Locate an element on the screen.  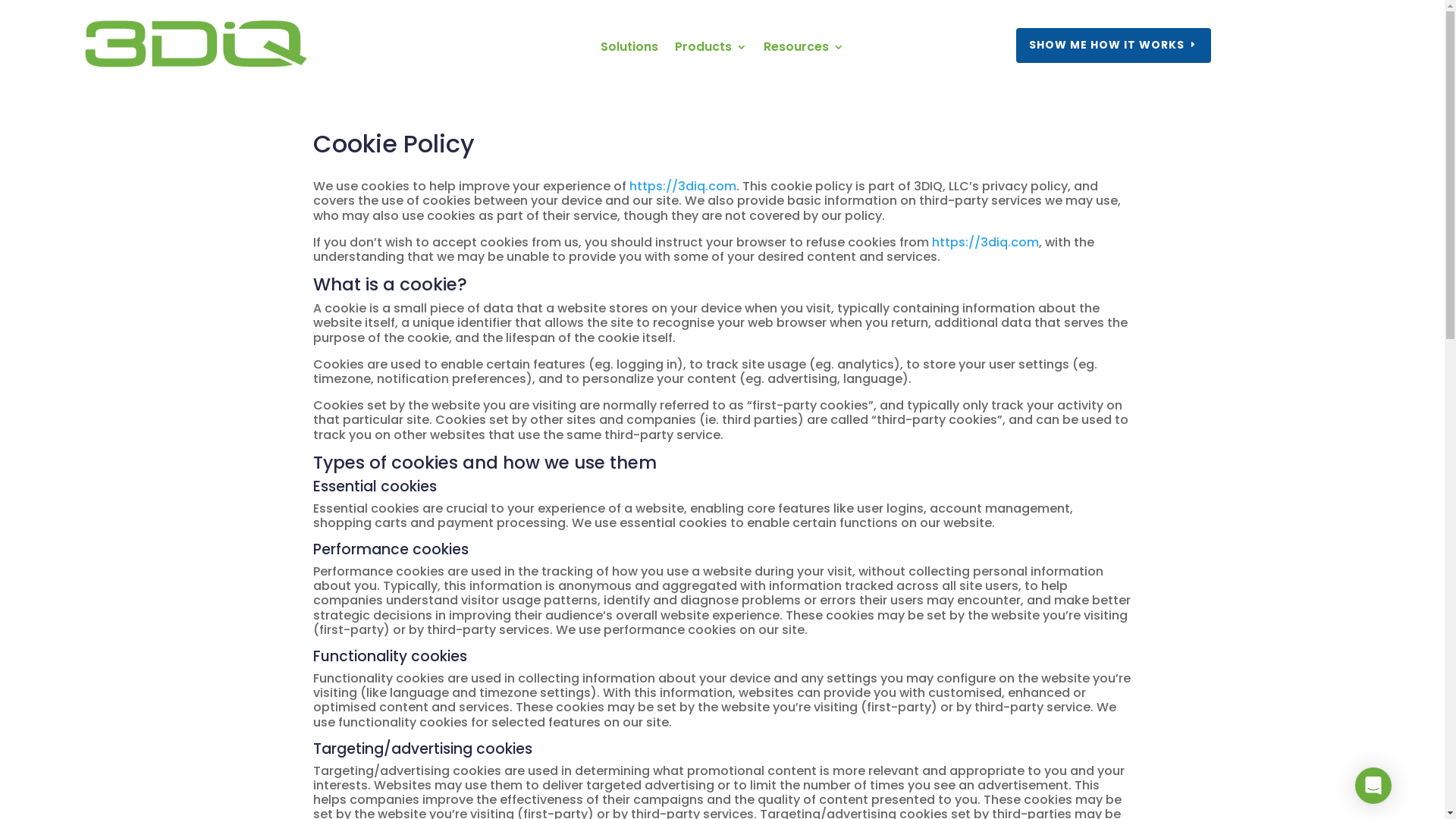
'SHOW ME HOW IT WORKS' is located at coordinates (1113, 45).